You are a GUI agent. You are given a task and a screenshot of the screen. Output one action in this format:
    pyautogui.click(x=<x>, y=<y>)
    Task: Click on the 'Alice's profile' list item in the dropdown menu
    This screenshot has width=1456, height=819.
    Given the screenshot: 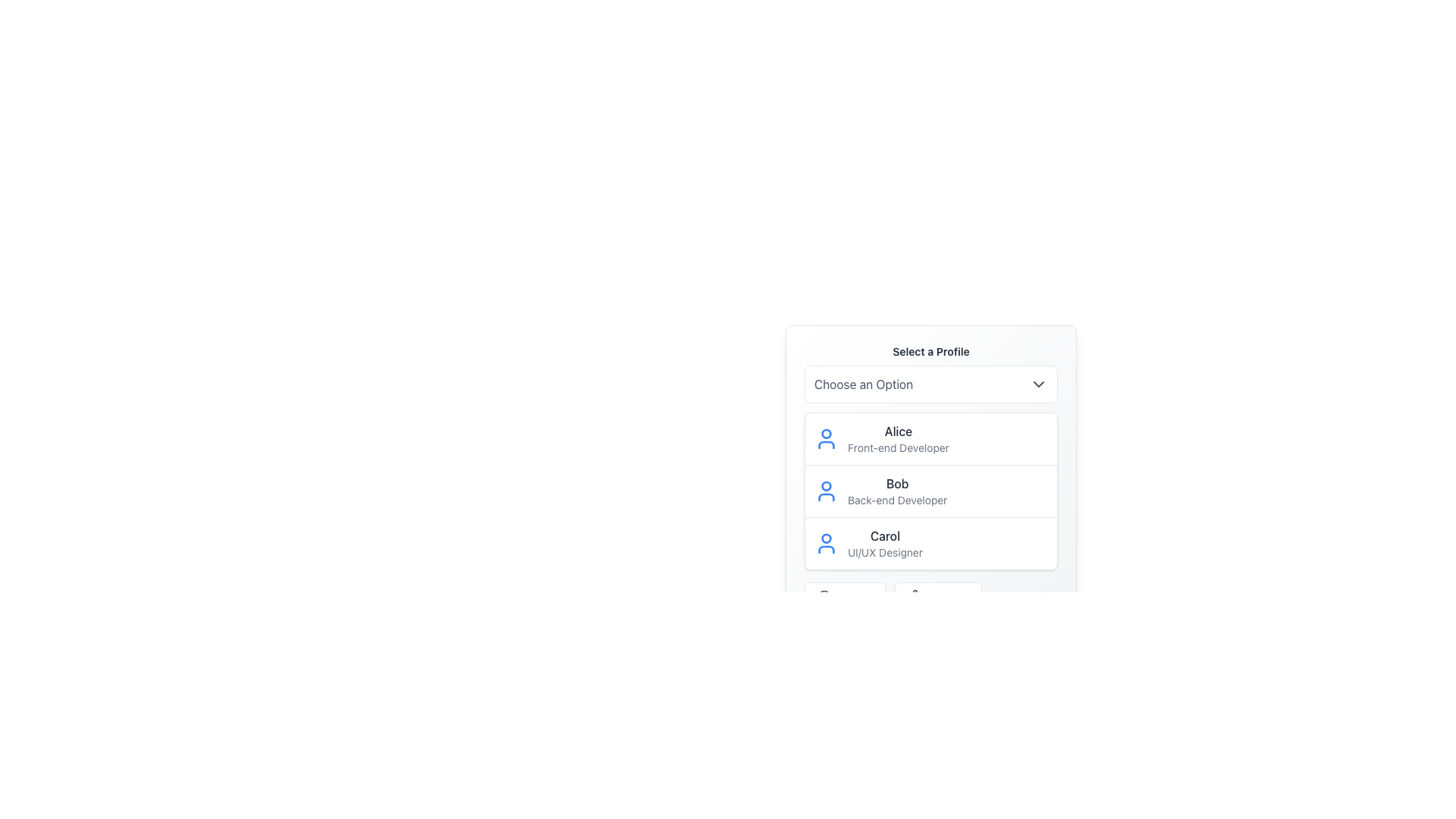 What is the action you would take?
    pyautogui.click(x=930, y=438)
    